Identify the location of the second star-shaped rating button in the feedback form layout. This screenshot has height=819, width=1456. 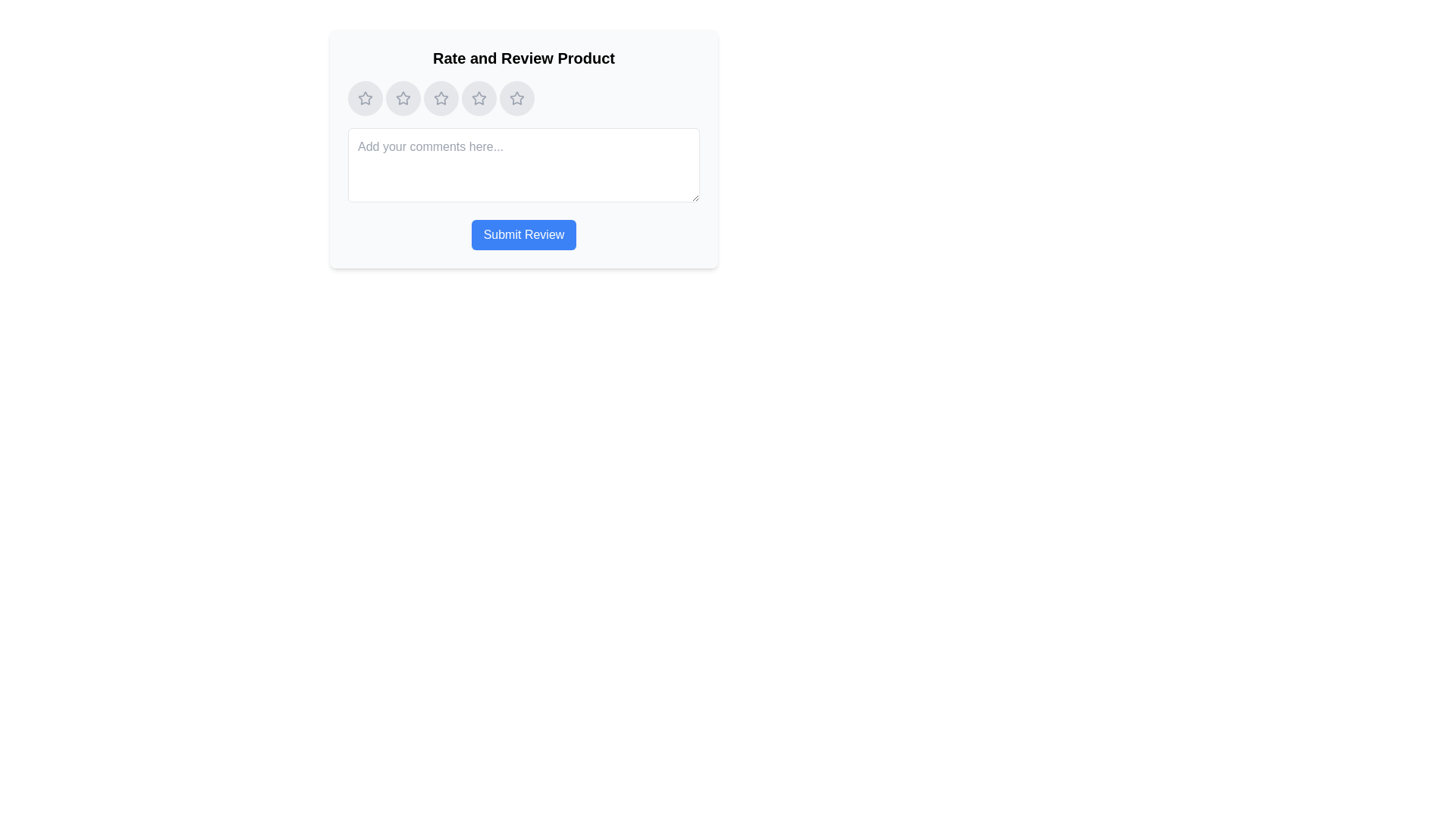
(403, 99).